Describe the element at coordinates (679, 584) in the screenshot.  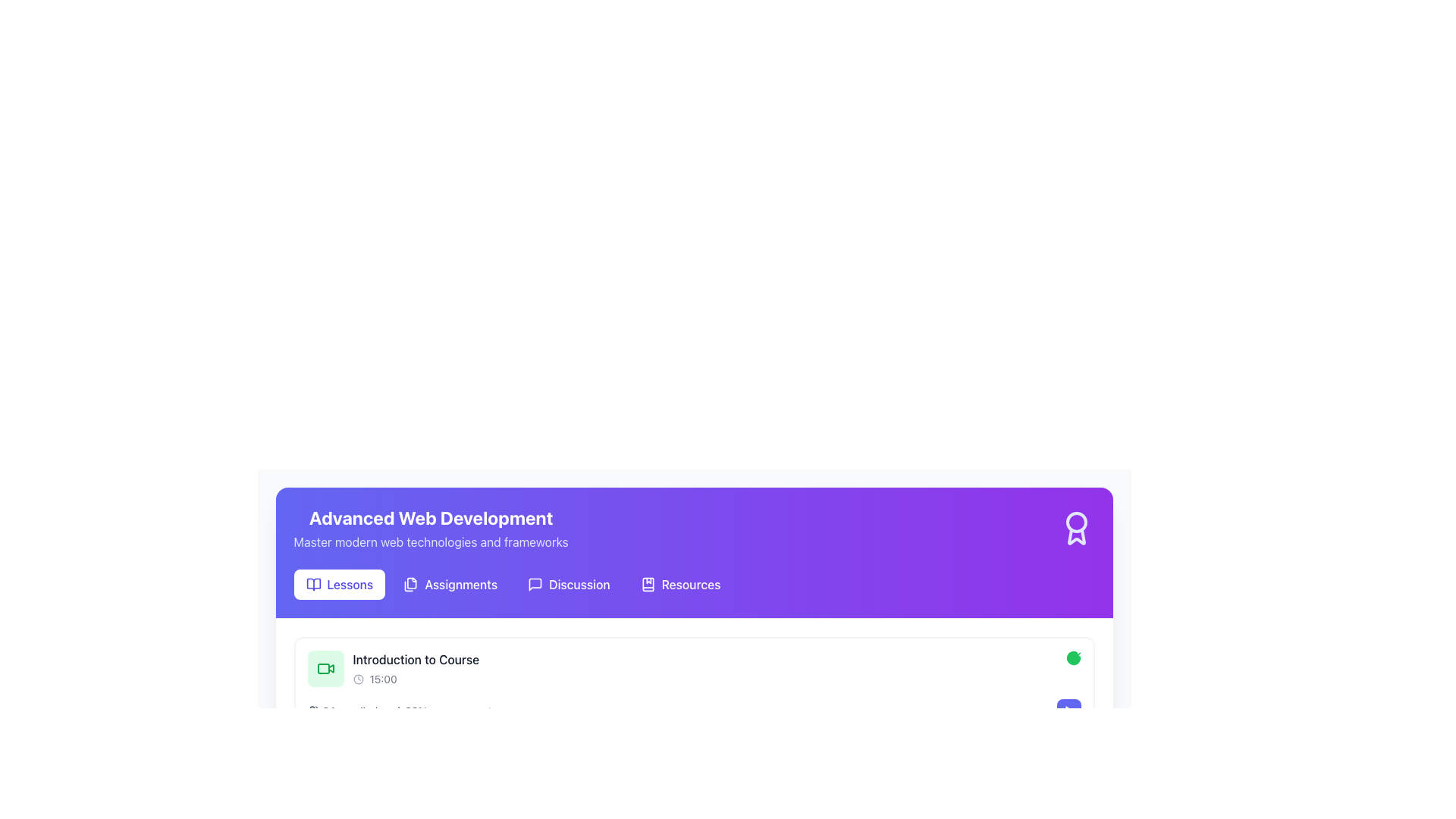
I see `the navigational button that leads to the 'Resources' section, positioned fourth in a horizontal row of menu items, to the right of 'Discussion'` at that location.